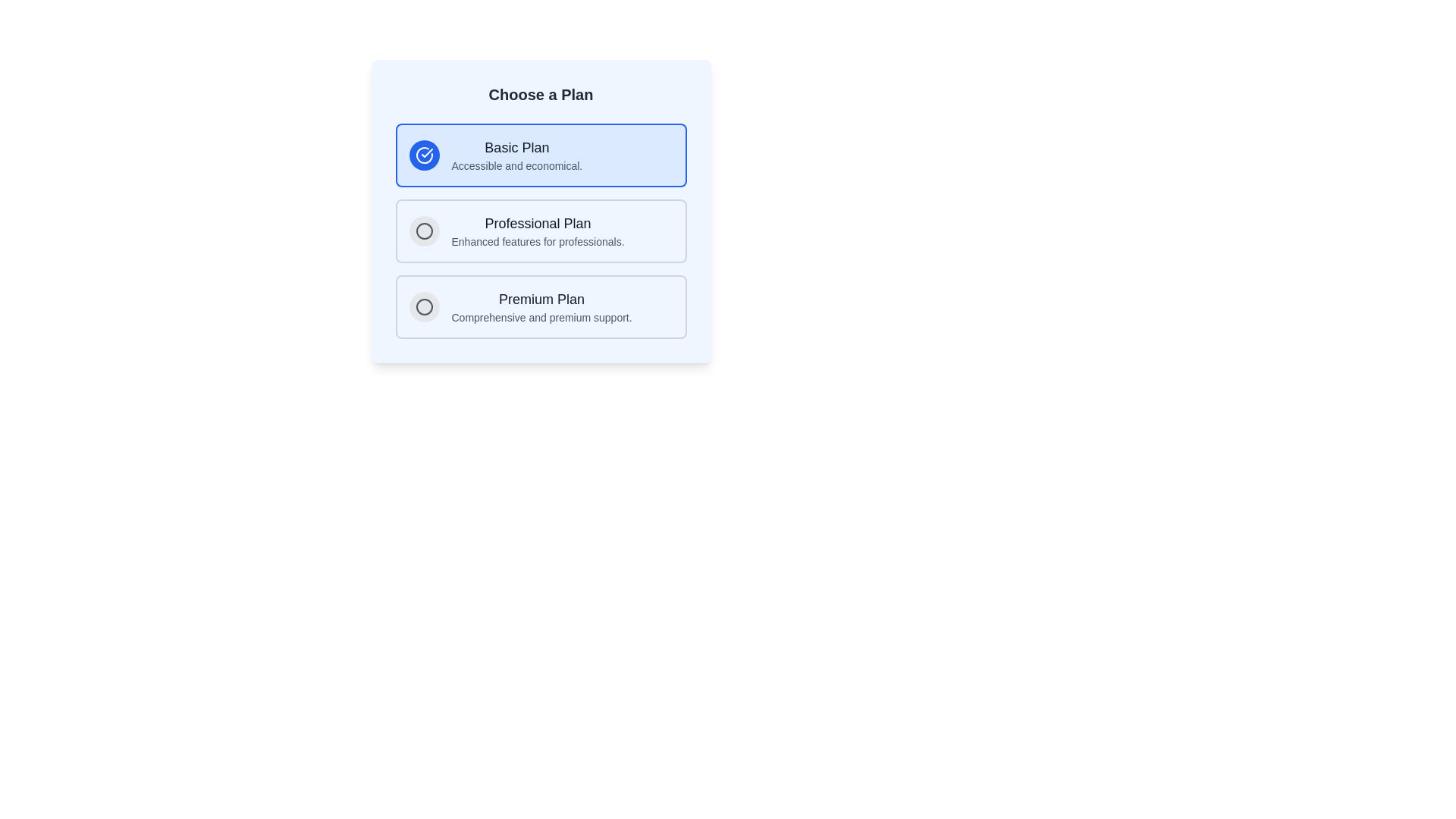 This screenshot has height=819, width=1456. What do you see at coordinates (424, 307) in the screenshot?
I see `the first circular icon with a white circle and gray outline located in the top-left corner of the 'Basic Plan' option on the 'Choose a Plan' page` at bounding box center [424, 307].